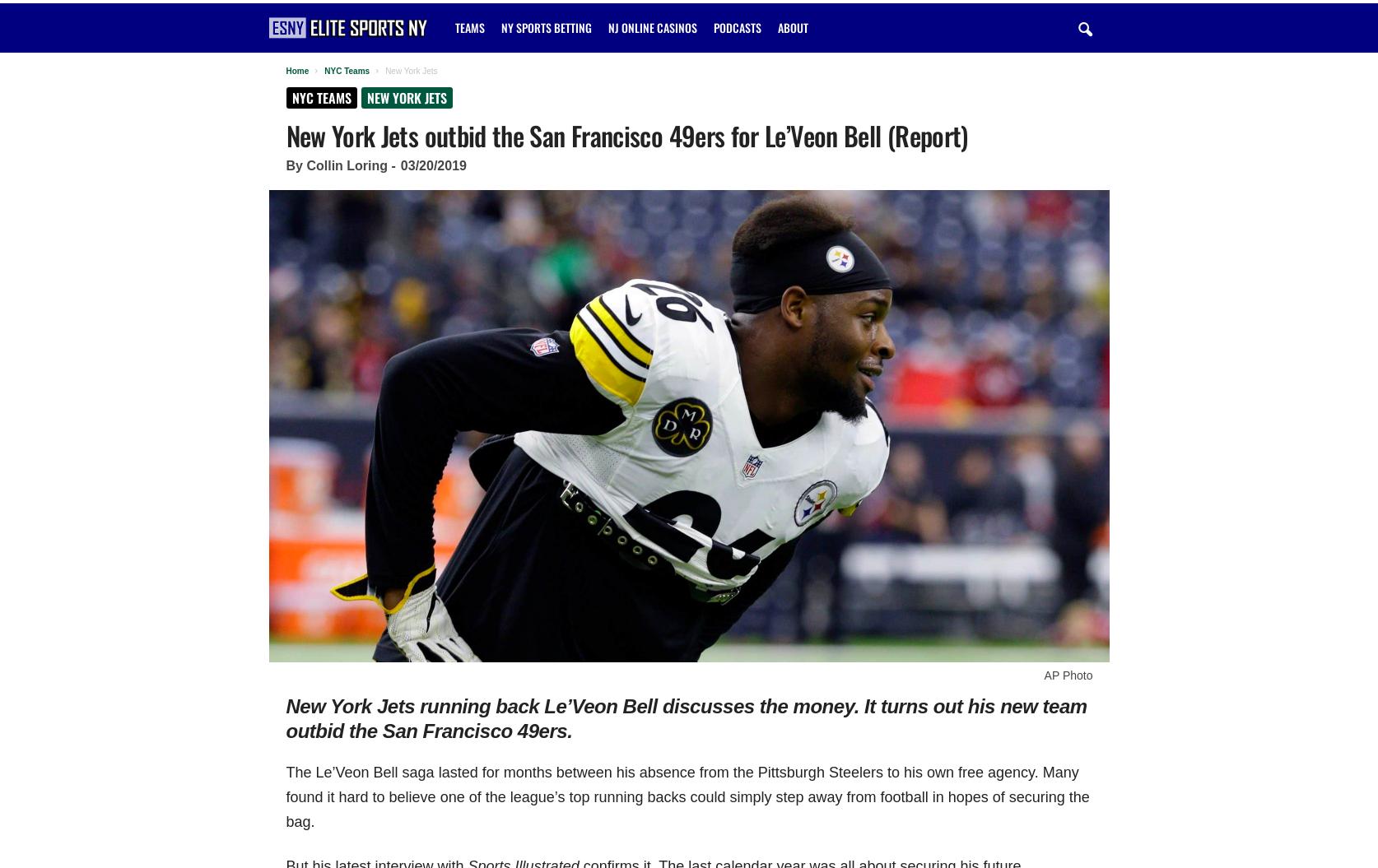 The image size is (1378, 868). What do you see at coordinates (297, 70) in the screenshot?
I see `'Home'` at bounding box center [297, 70].